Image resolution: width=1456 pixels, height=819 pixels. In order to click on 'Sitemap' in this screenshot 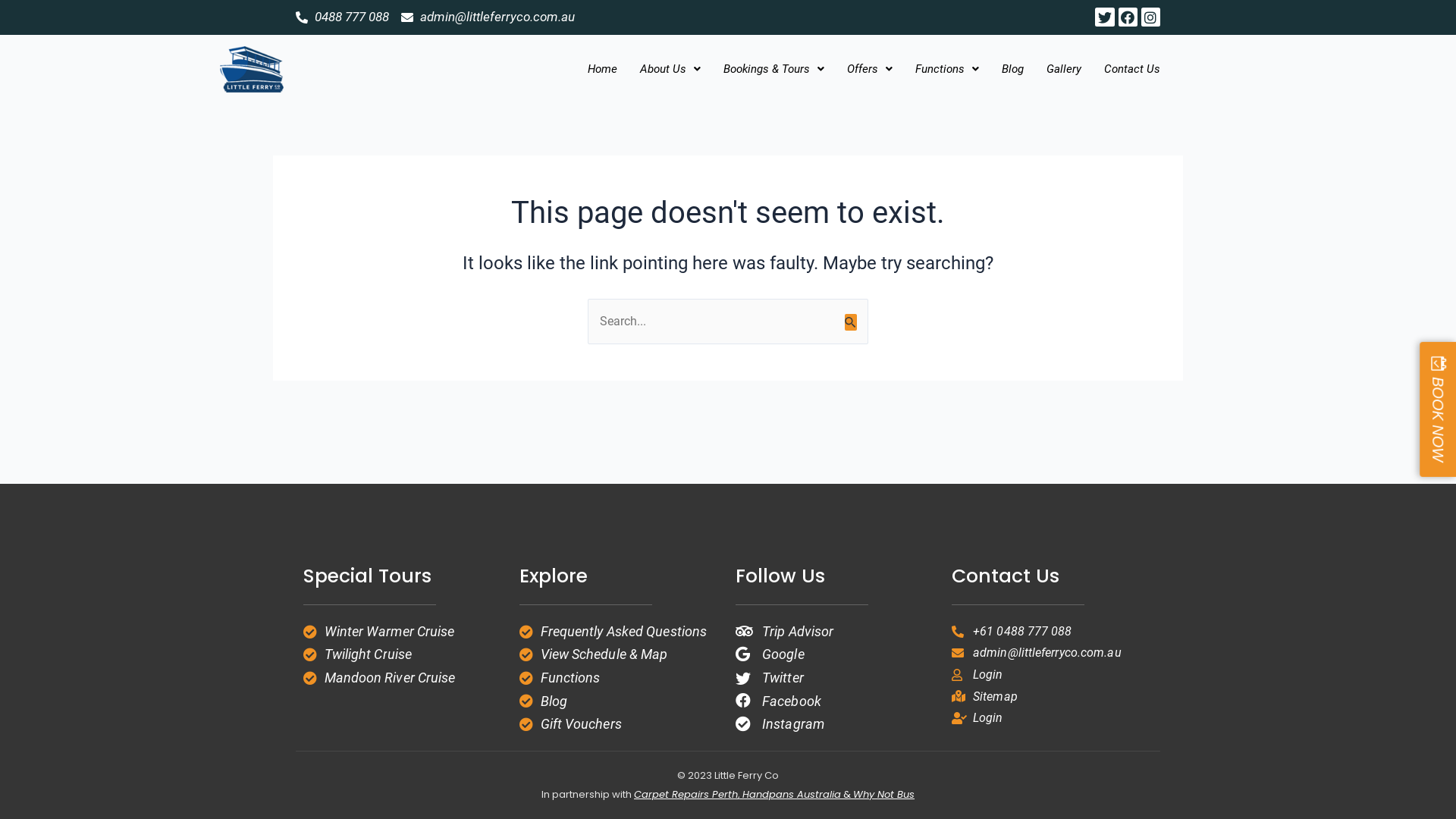, I will do `click(1051, 696)`.